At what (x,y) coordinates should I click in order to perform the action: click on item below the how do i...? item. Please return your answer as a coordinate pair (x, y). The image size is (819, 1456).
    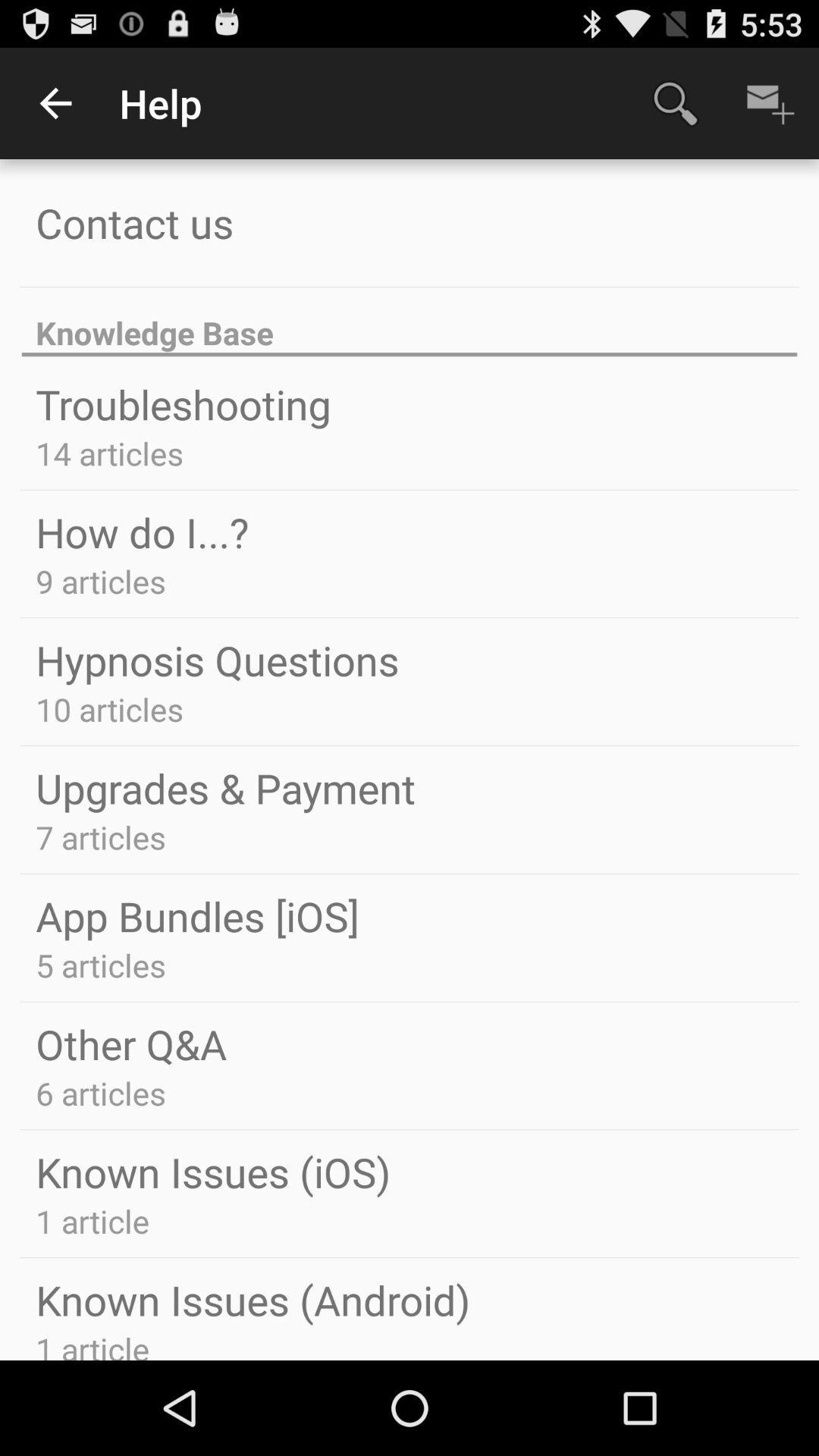
    Looking at the image, I should click on (101, 580).